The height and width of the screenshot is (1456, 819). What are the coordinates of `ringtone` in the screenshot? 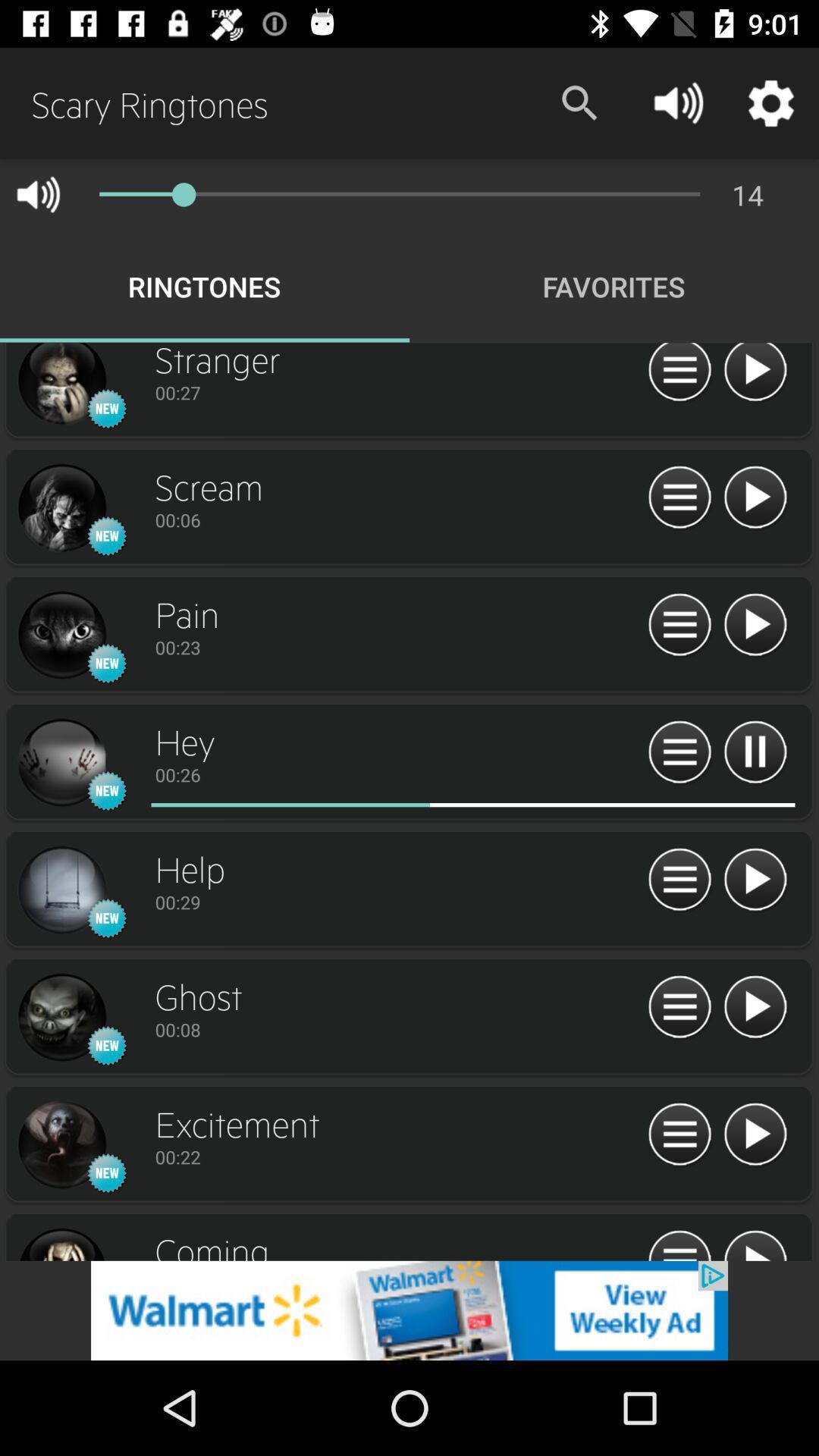 It's located at (61, 763).